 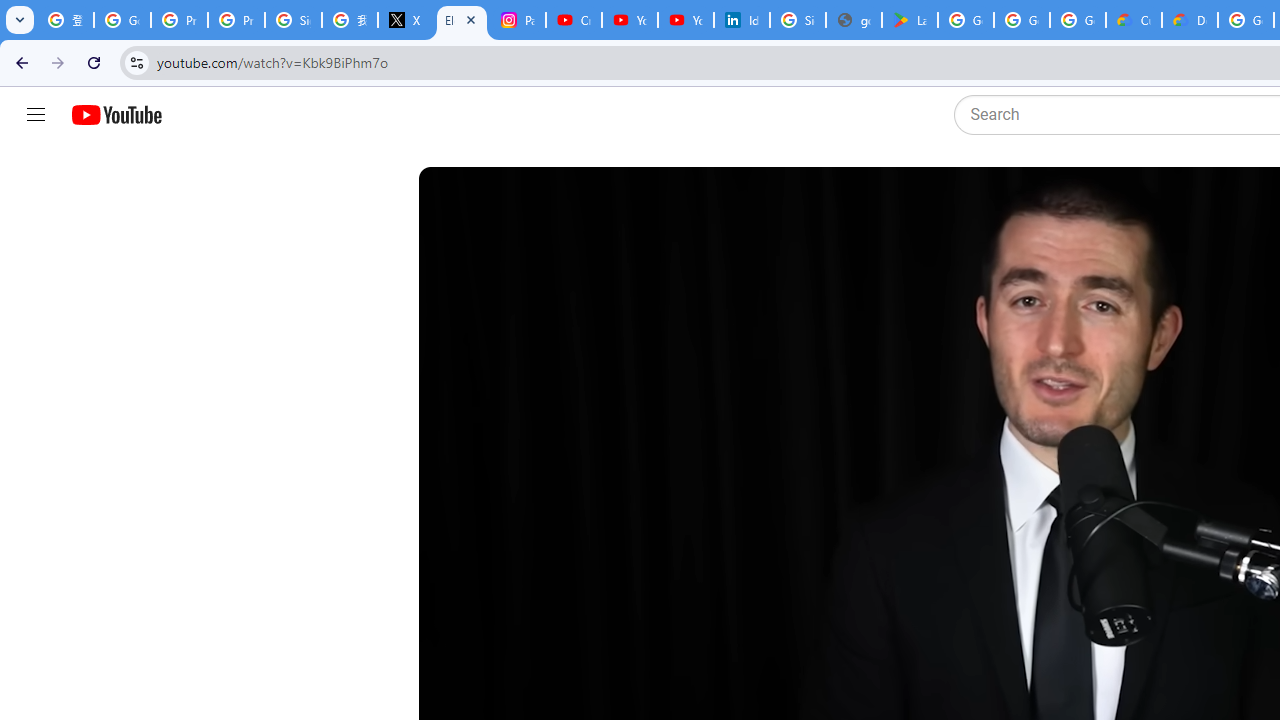 I want to click on 'Customer Care | Google Cloud', so click(x=1134, y=20).